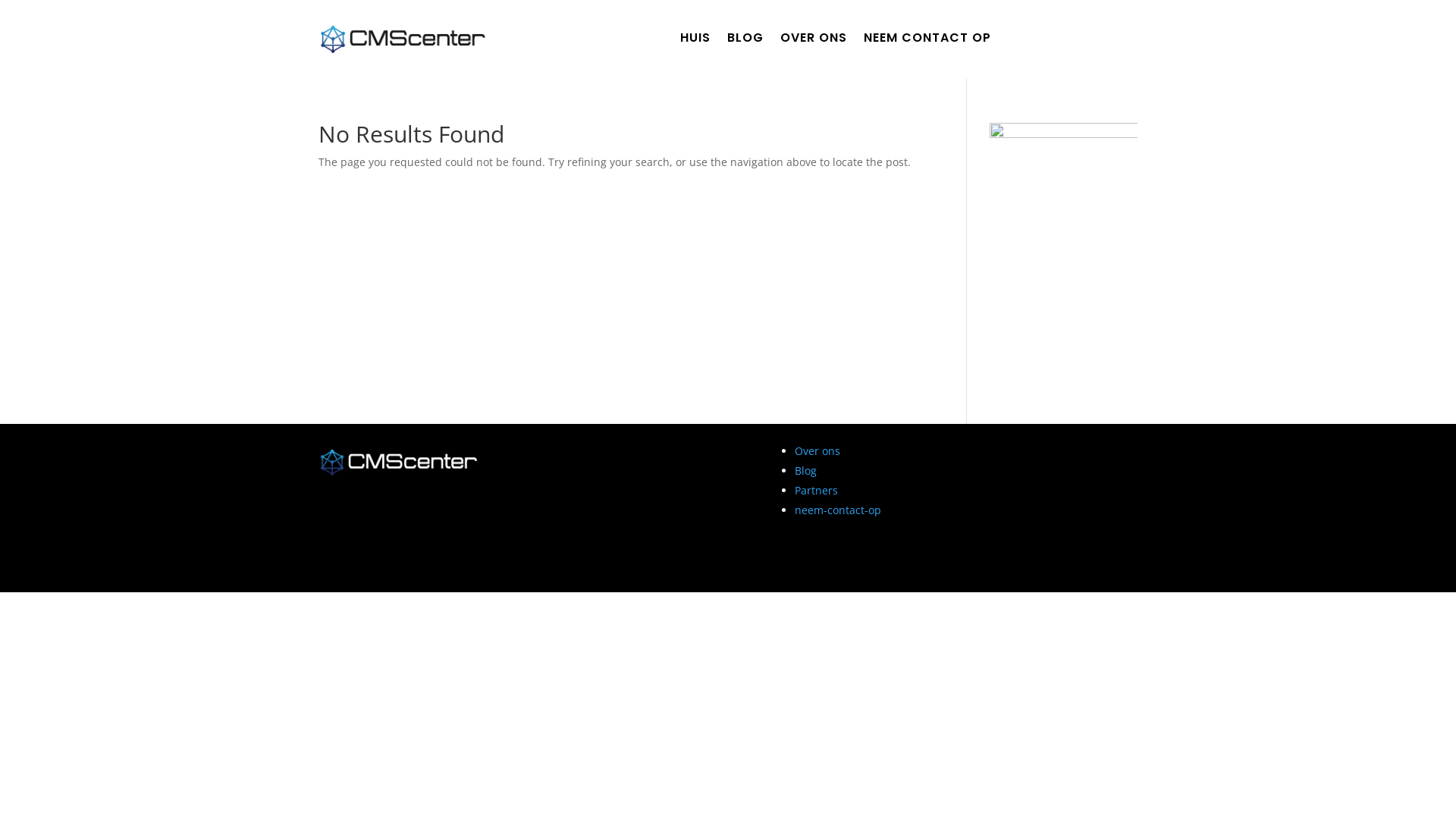  What do you see at coordinates (813, 40) in the screenshot?
I see `'OVER ONS'` at bounding box center [813, 40].